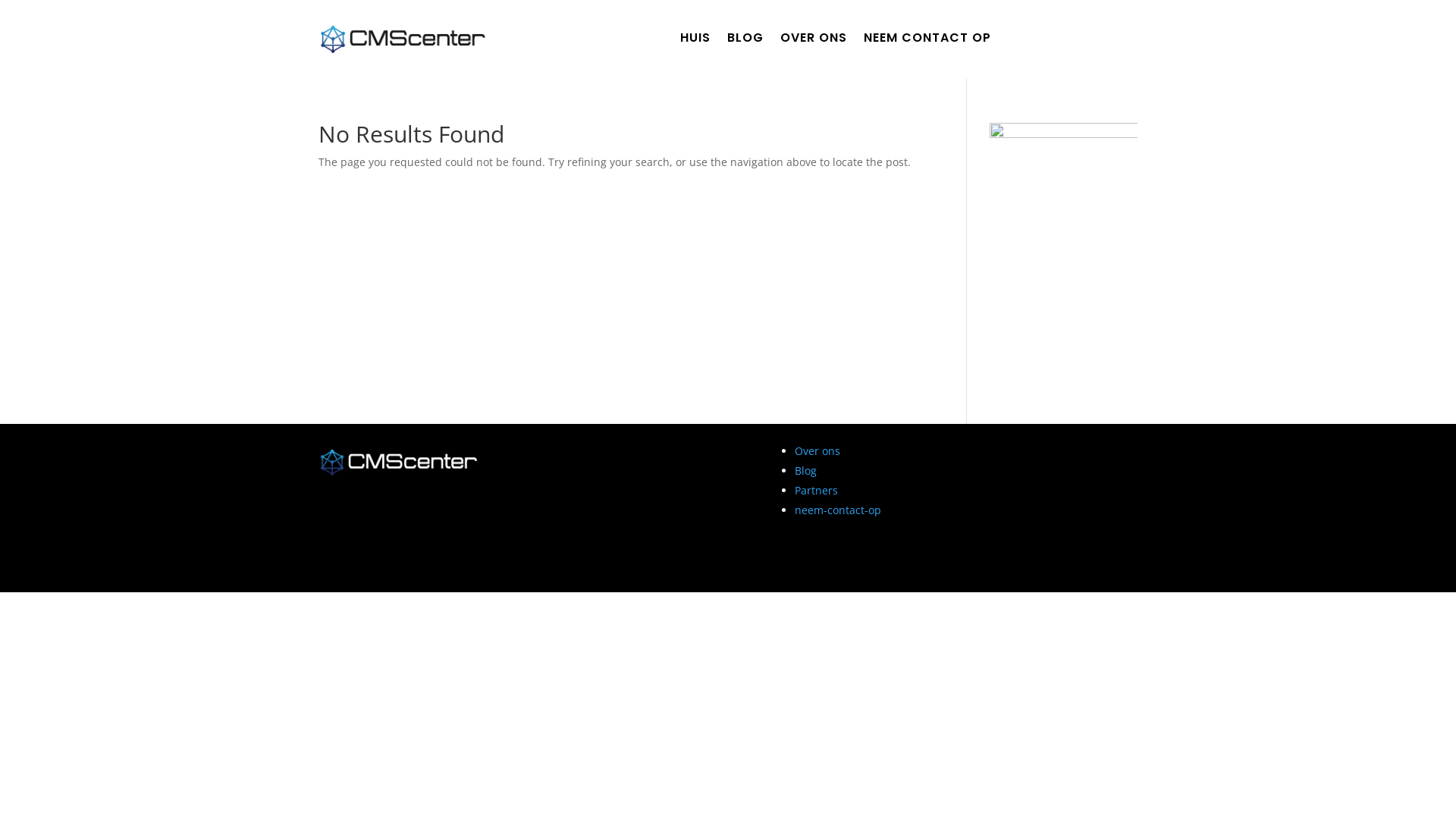  What do you see at coordinates (813, 40) in the screenshot?
I see `'OVER ONS'` at bounding box center [813, 40].